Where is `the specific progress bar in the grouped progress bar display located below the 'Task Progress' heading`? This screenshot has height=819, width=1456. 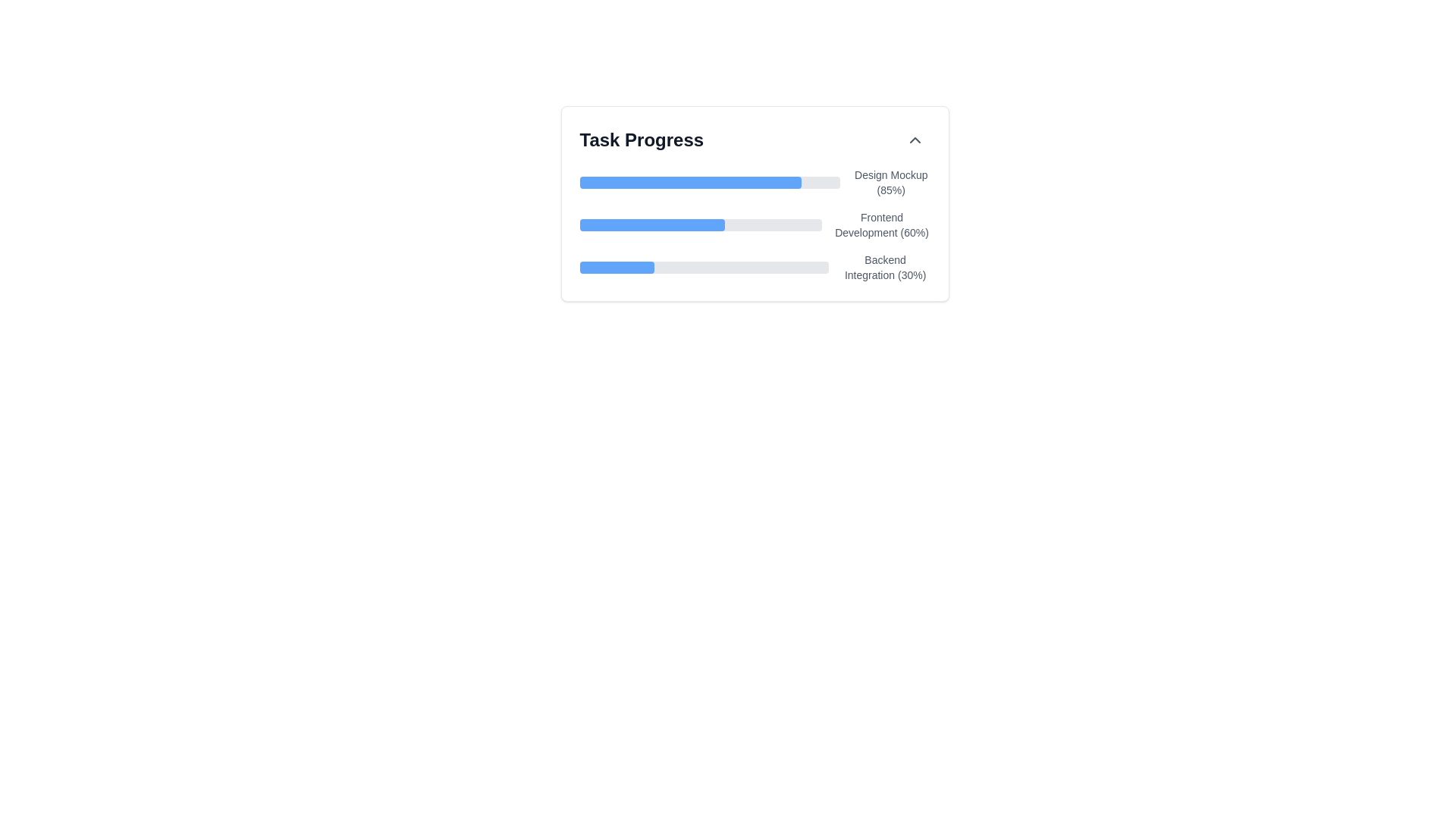 the specific progress bar in the grouped progress bar display located below the 'Task Progress' heading is located at coordinates (755, 225).